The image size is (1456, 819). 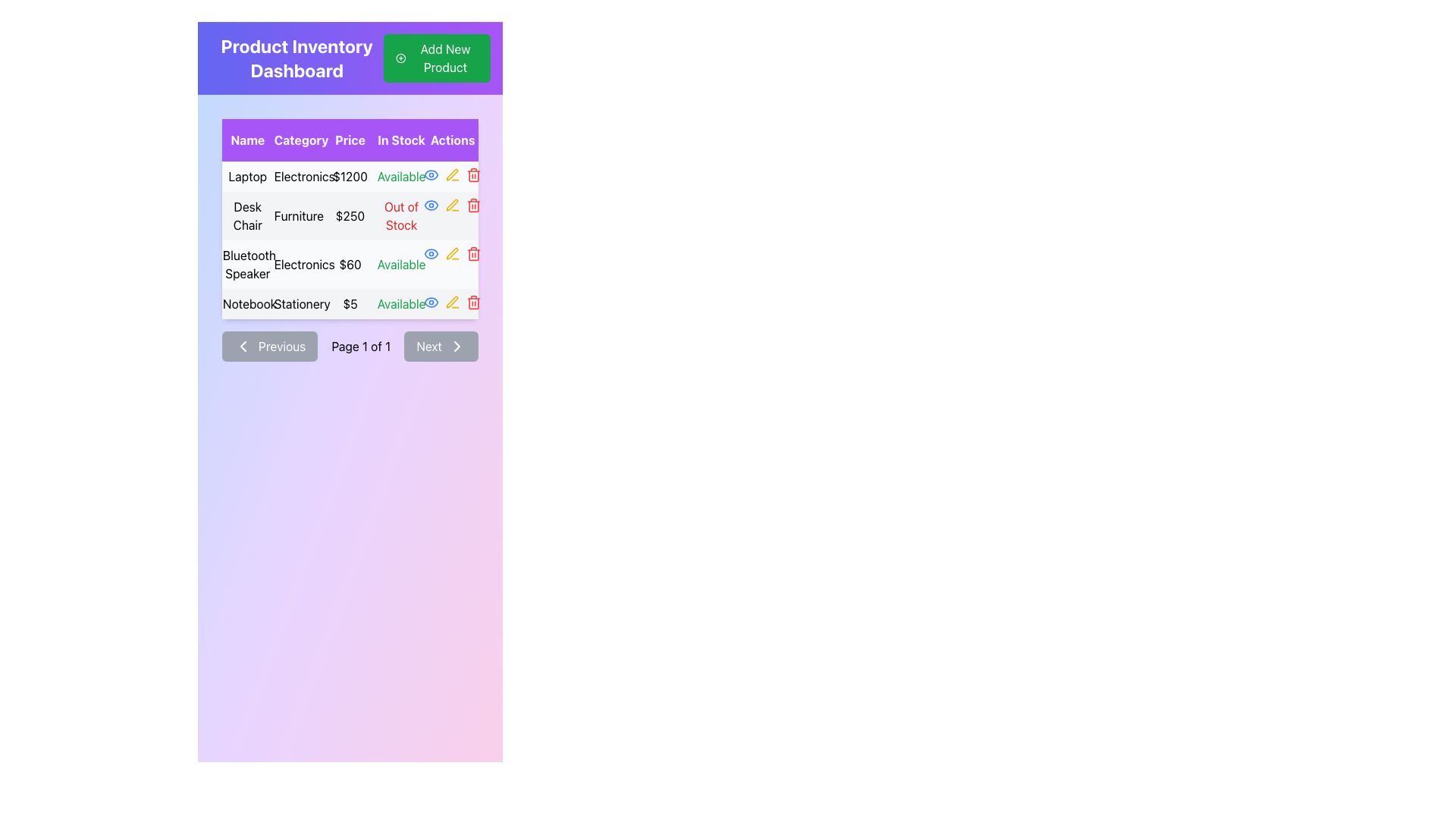 What do you see at coordinates (401, 263) in the screenshot?
I see `the text label displaying 'Available' in green color, located in the third row of the table under the 'In Stock' column` at bounding box center [401, 263].